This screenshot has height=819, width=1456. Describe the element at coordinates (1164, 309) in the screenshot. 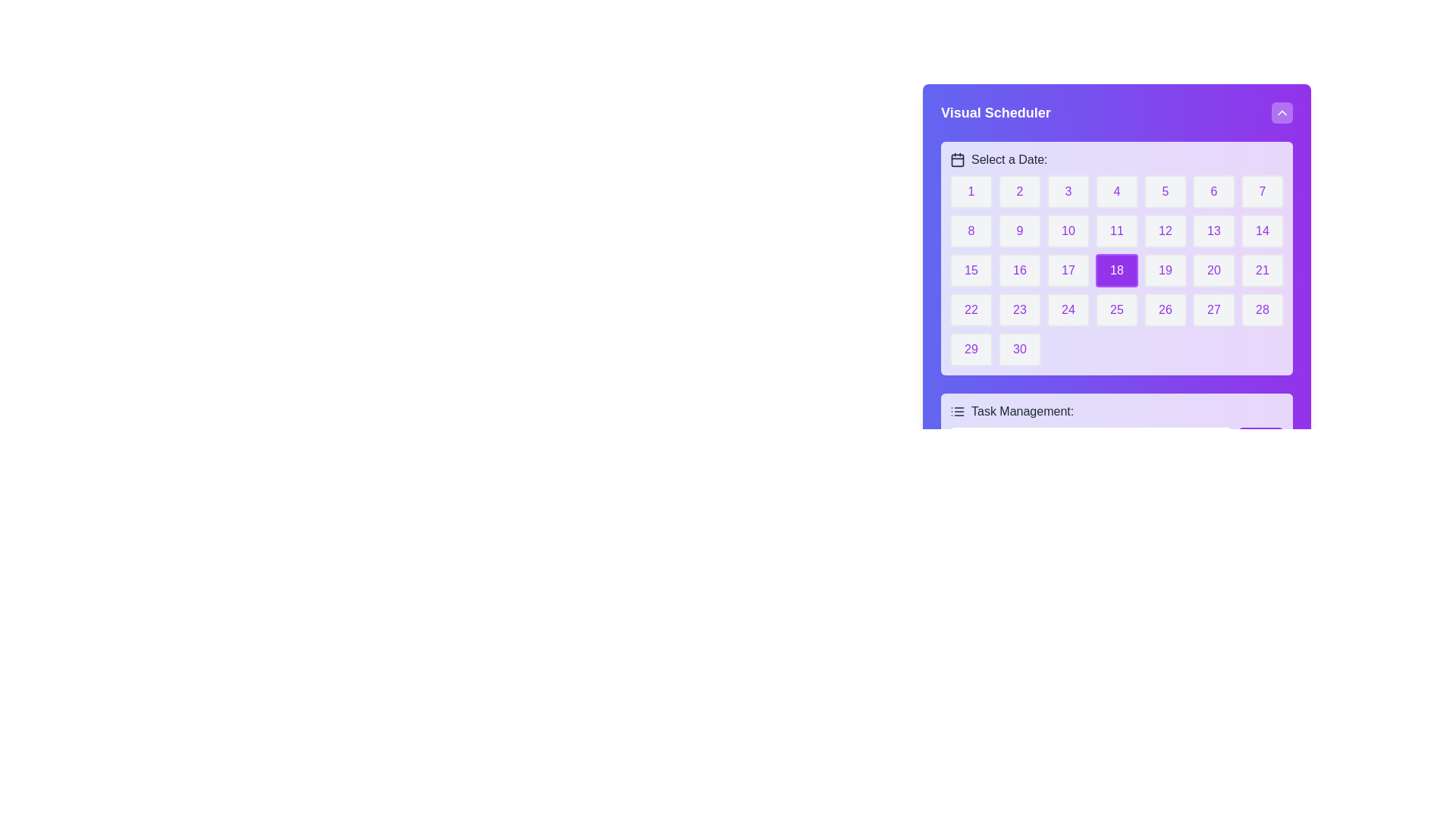

I see `the button labeled '26' in the bottom row of the calendar` at that location.